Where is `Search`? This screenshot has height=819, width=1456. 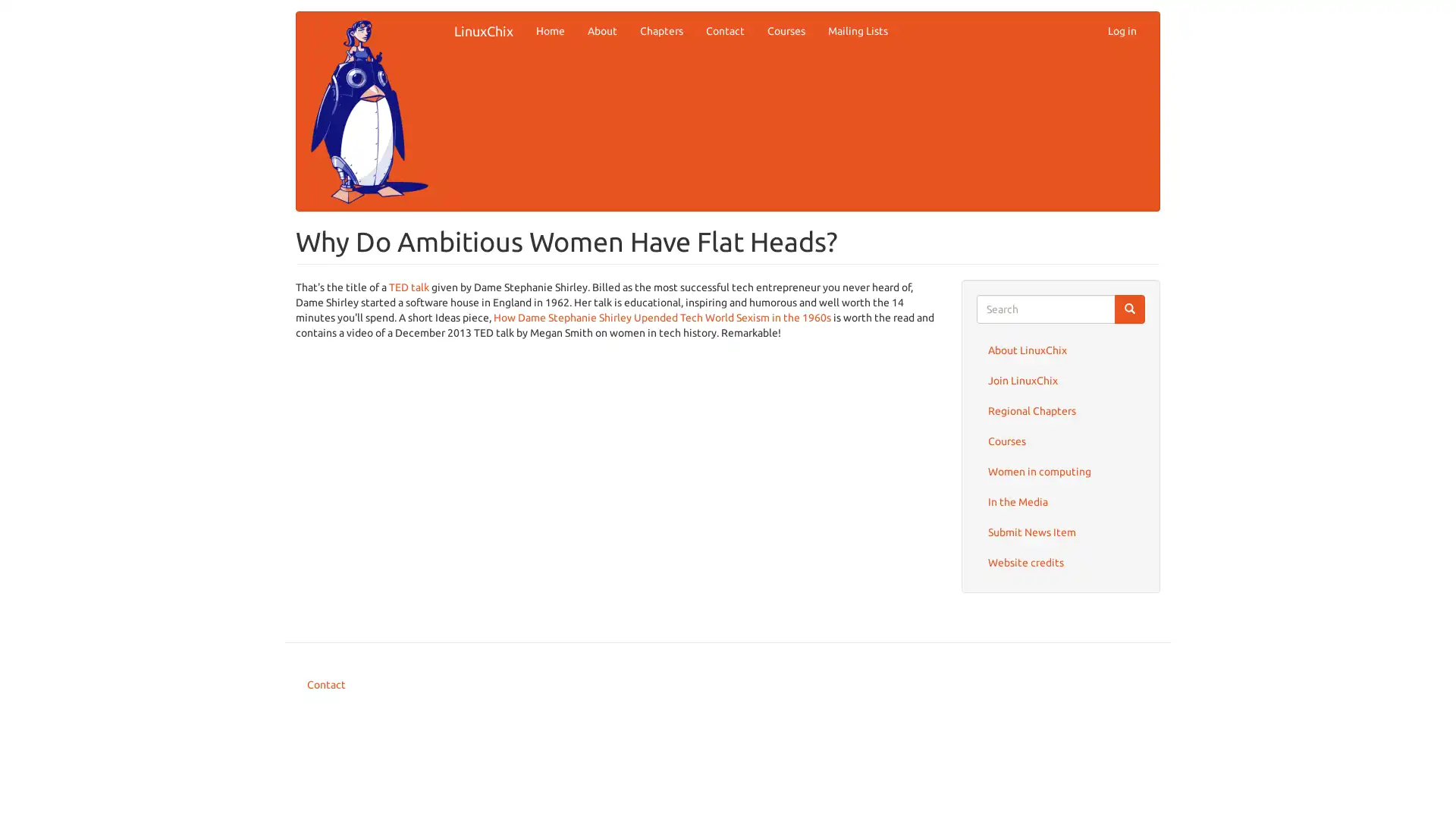 Search is located at coordinates (1129, 308).